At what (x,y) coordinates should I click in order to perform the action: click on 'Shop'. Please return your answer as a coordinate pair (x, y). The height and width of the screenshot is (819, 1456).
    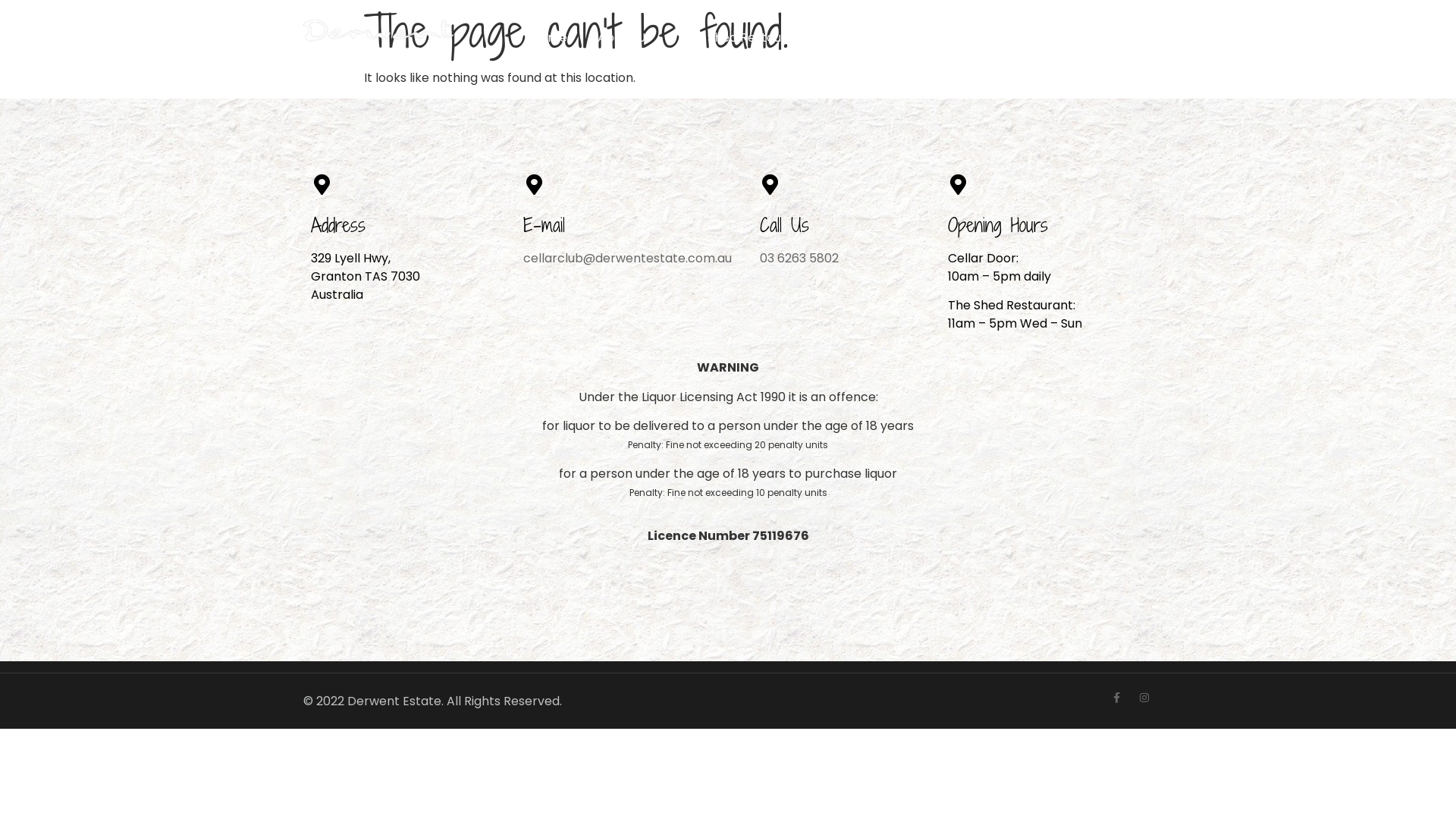
    Looking at the image, I should click on (821, 37).